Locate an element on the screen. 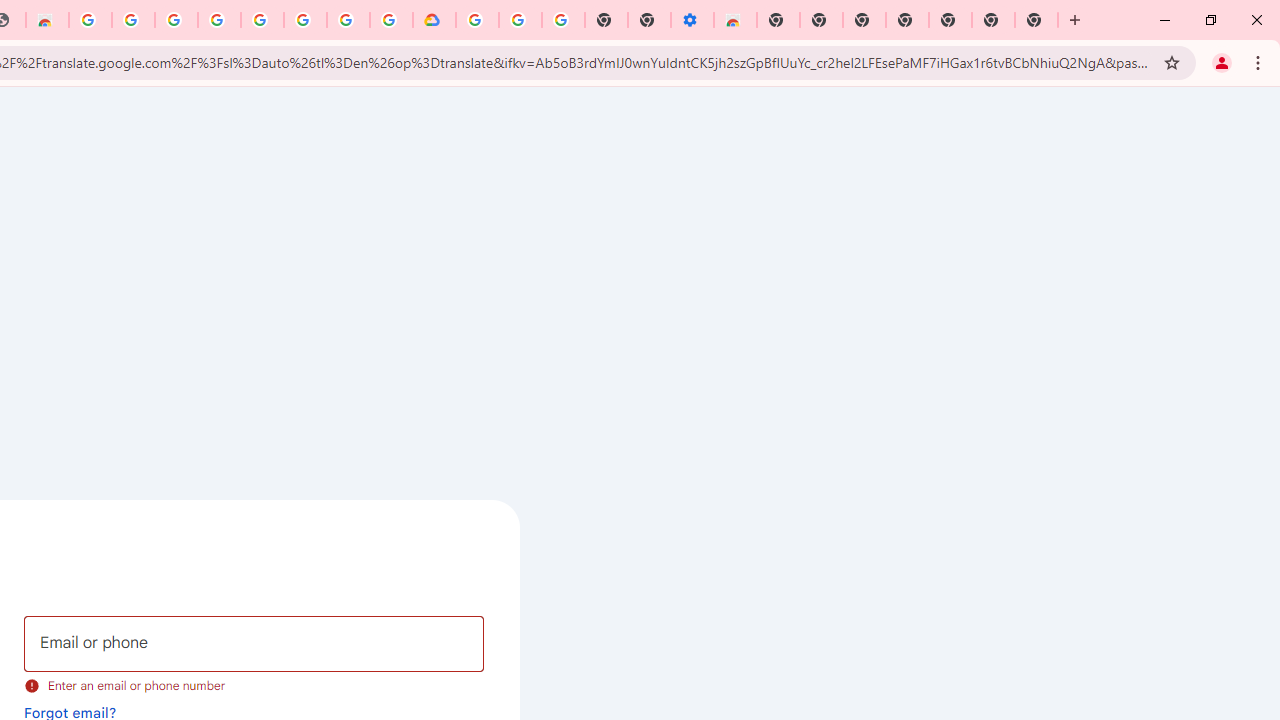 This screenshot has width=1280, height=720. 'Email or phone' is located at coordinates (253, 643).